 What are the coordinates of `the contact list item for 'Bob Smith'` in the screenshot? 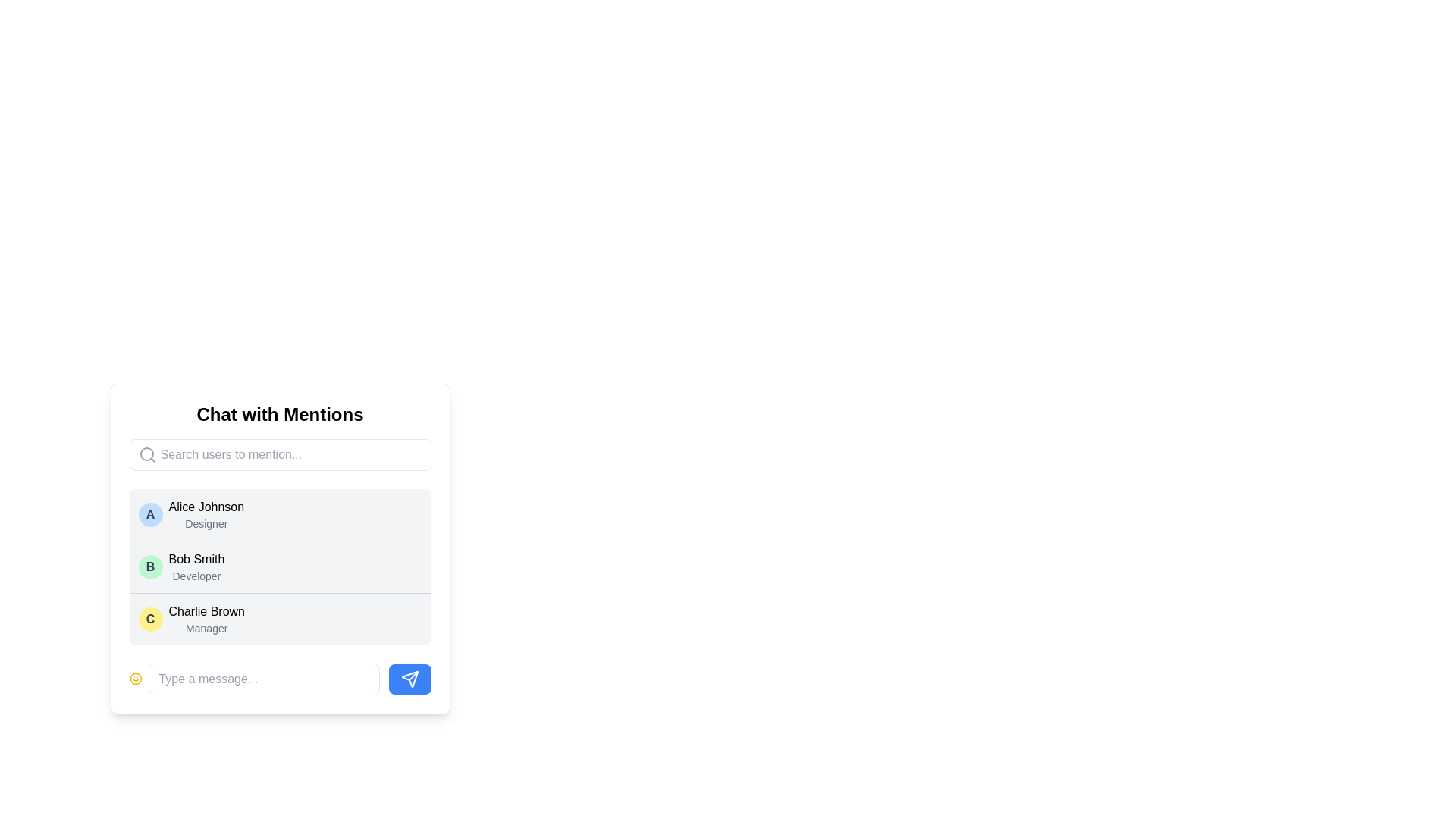 It's located at (280, 549).